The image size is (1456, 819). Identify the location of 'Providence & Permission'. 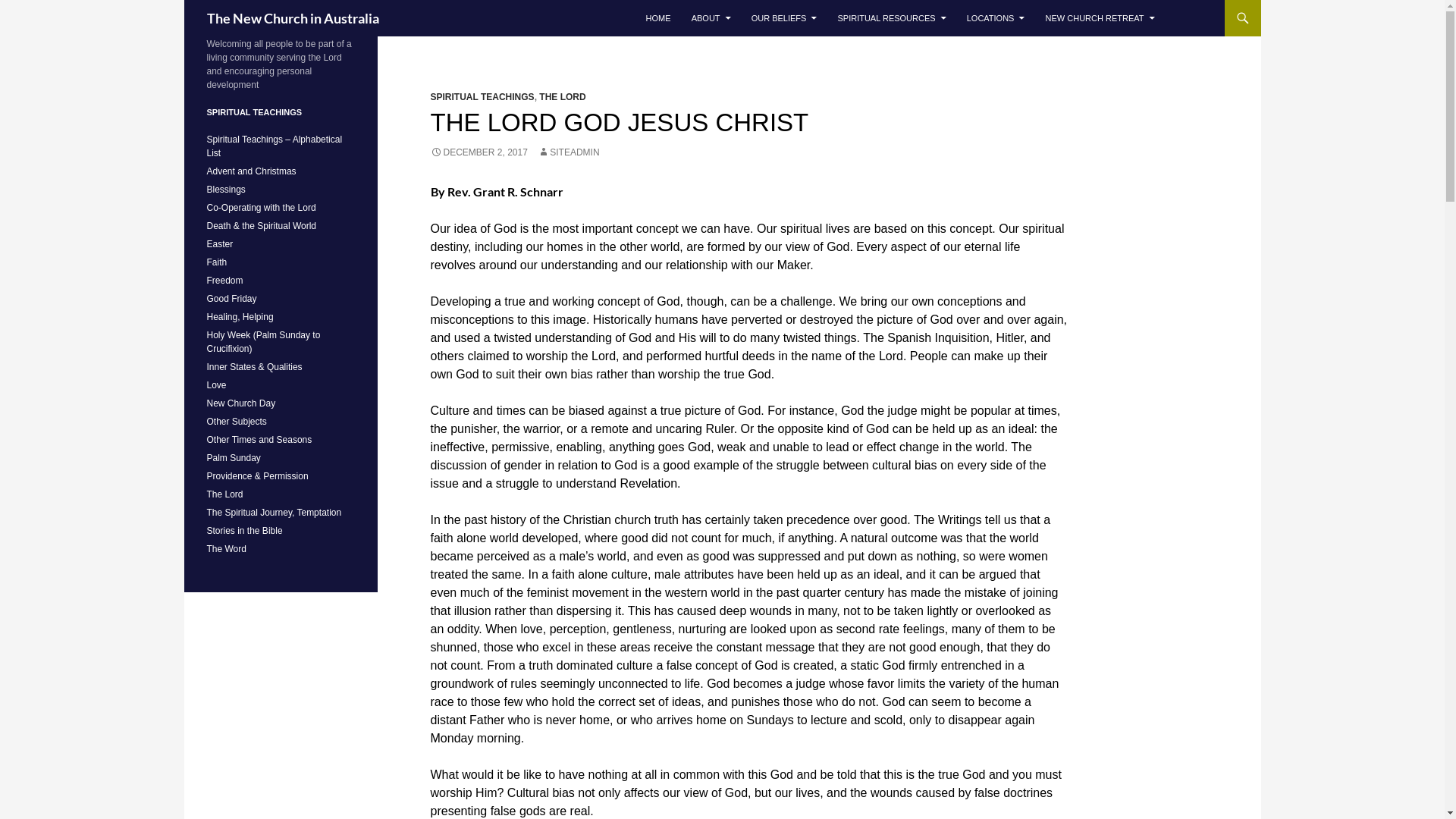
(257, 475).